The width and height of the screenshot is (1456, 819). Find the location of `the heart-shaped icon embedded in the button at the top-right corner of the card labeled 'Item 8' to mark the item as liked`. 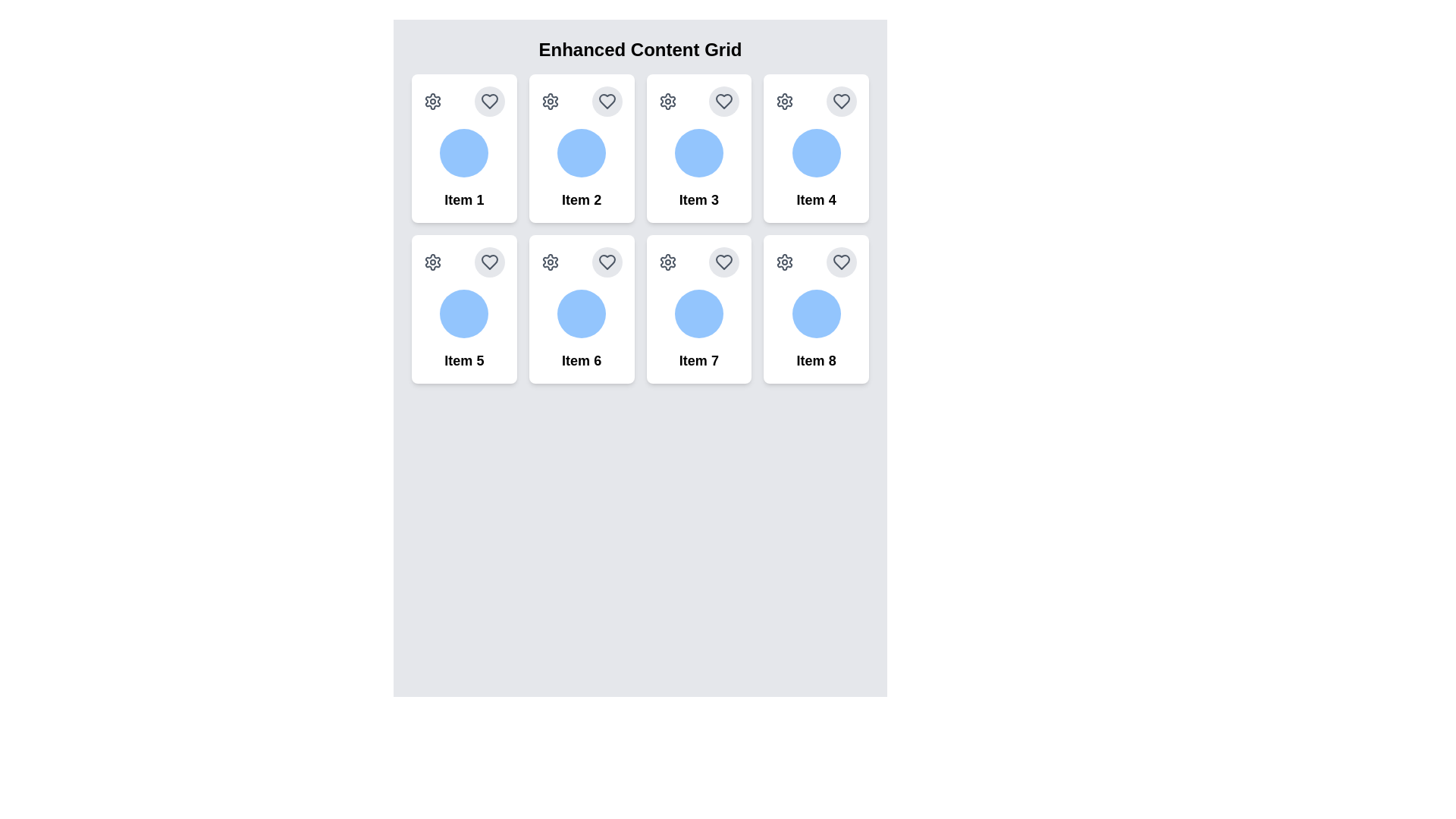

the heart-shaped icon embedded in the button at the top-right corner of the card labeled 'Item 8' to mark the item as liked is located at coordinates (840, 262).